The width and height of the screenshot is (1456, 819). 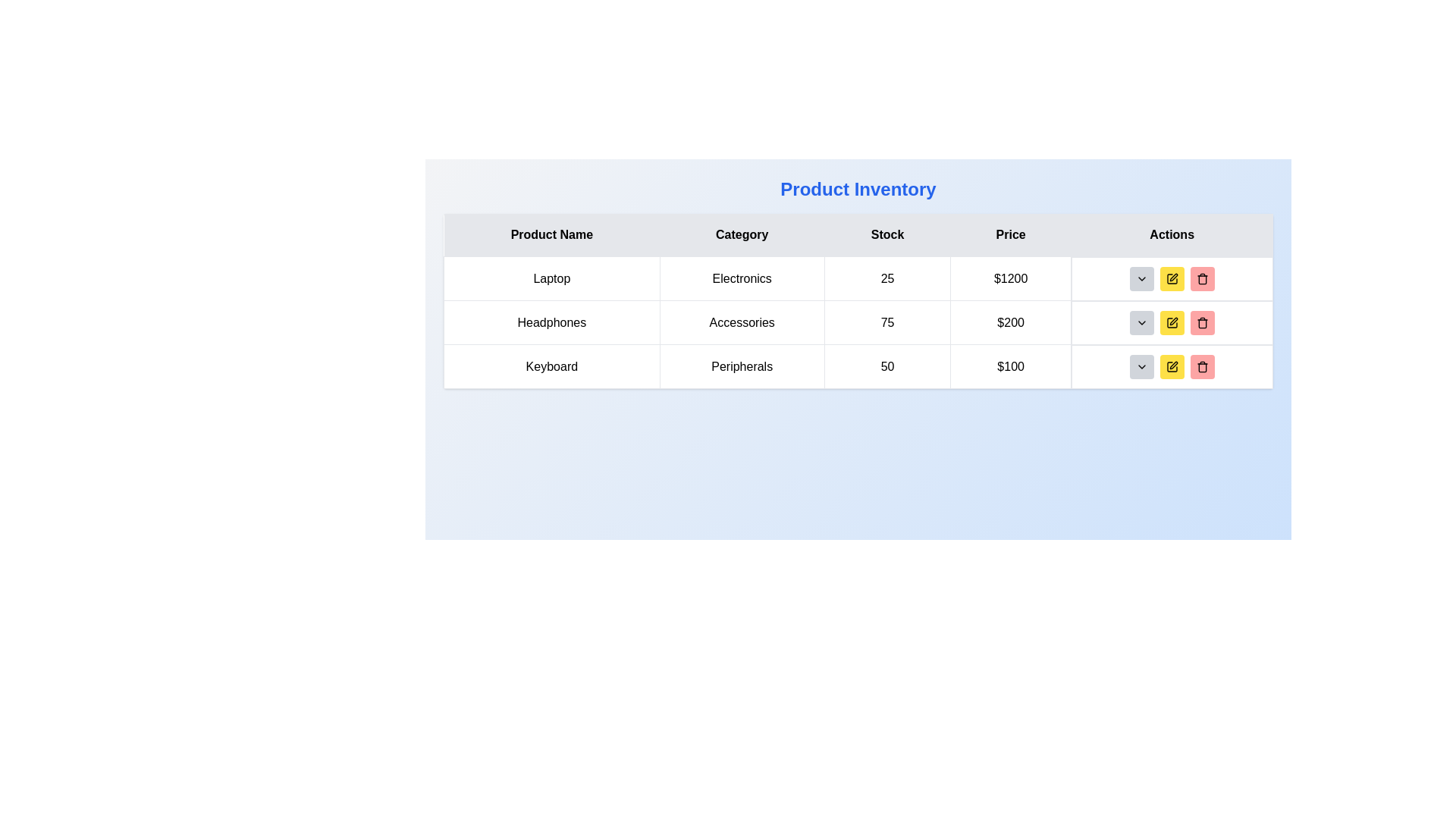 I want to click on the edit icon represented by a pen shape within a yellow circle in the 'Actions' column of the third row of the table, so click(x=1172, y=320).